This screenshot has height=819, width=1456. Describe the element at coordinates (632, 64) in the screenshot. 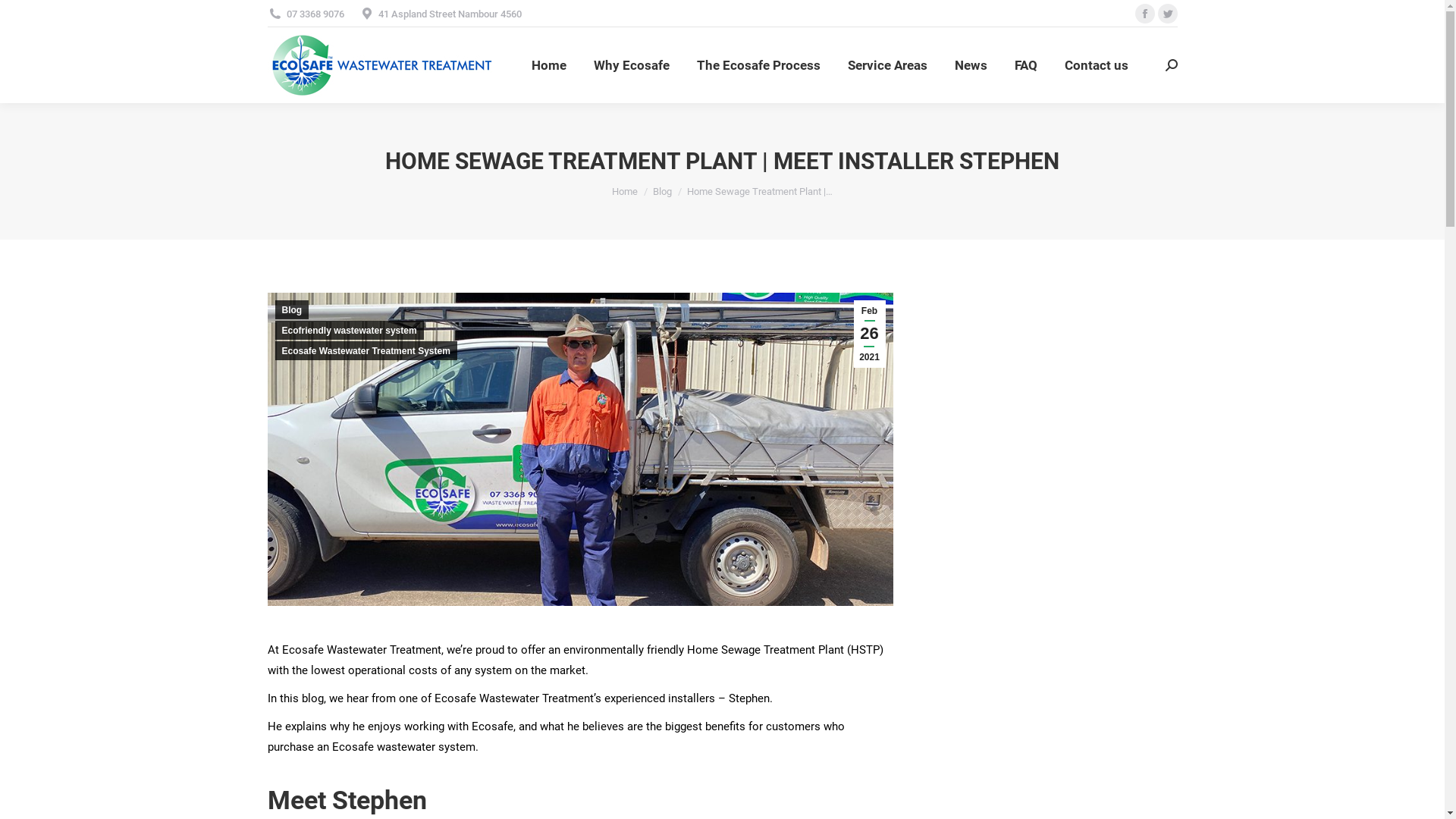

I see `'Why Ecosafe'` at that location.